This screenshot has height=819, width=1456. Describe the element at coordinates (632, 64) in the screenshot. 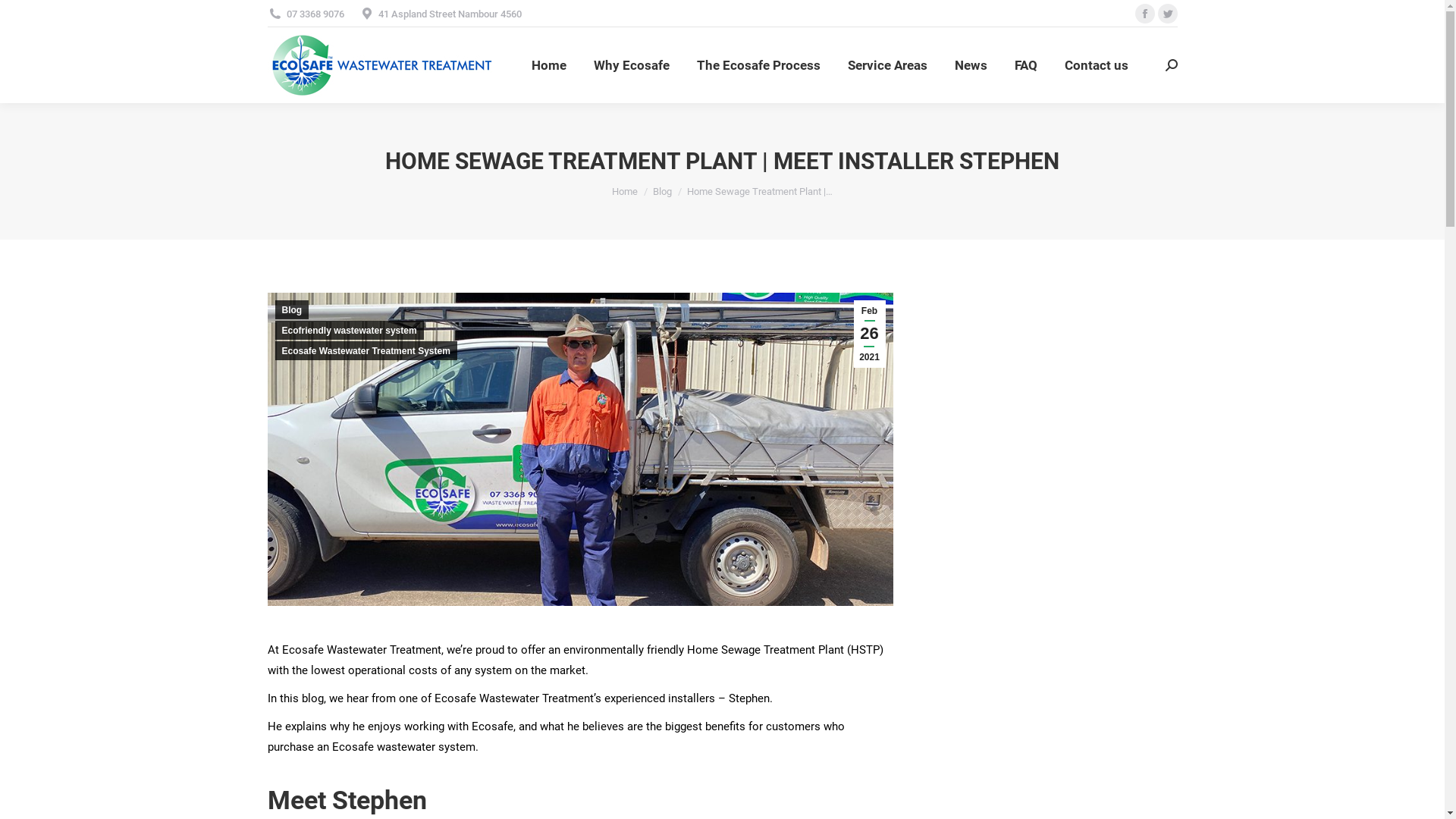

I see `'Why Ecosafe'` at that location.